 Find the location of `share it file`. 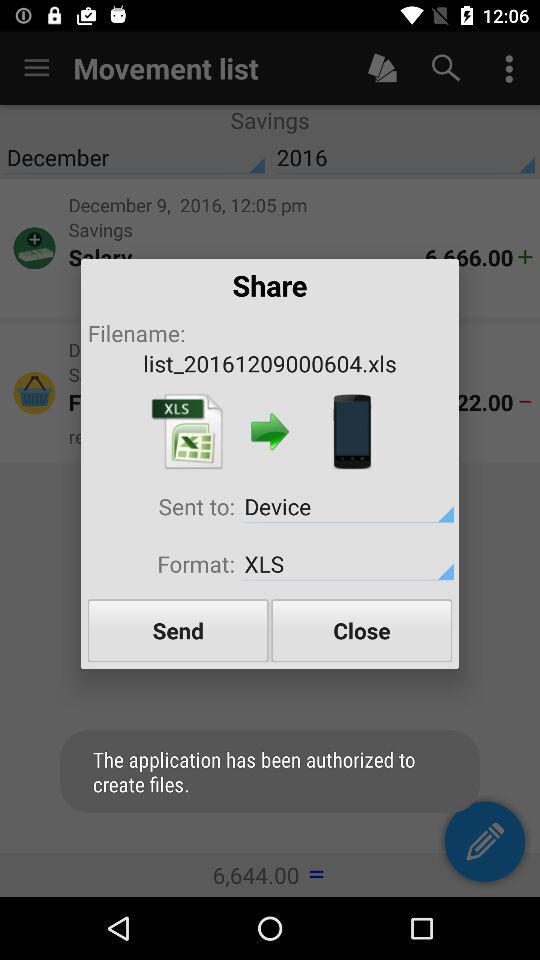

share it file is located at coordinates (351, 431).